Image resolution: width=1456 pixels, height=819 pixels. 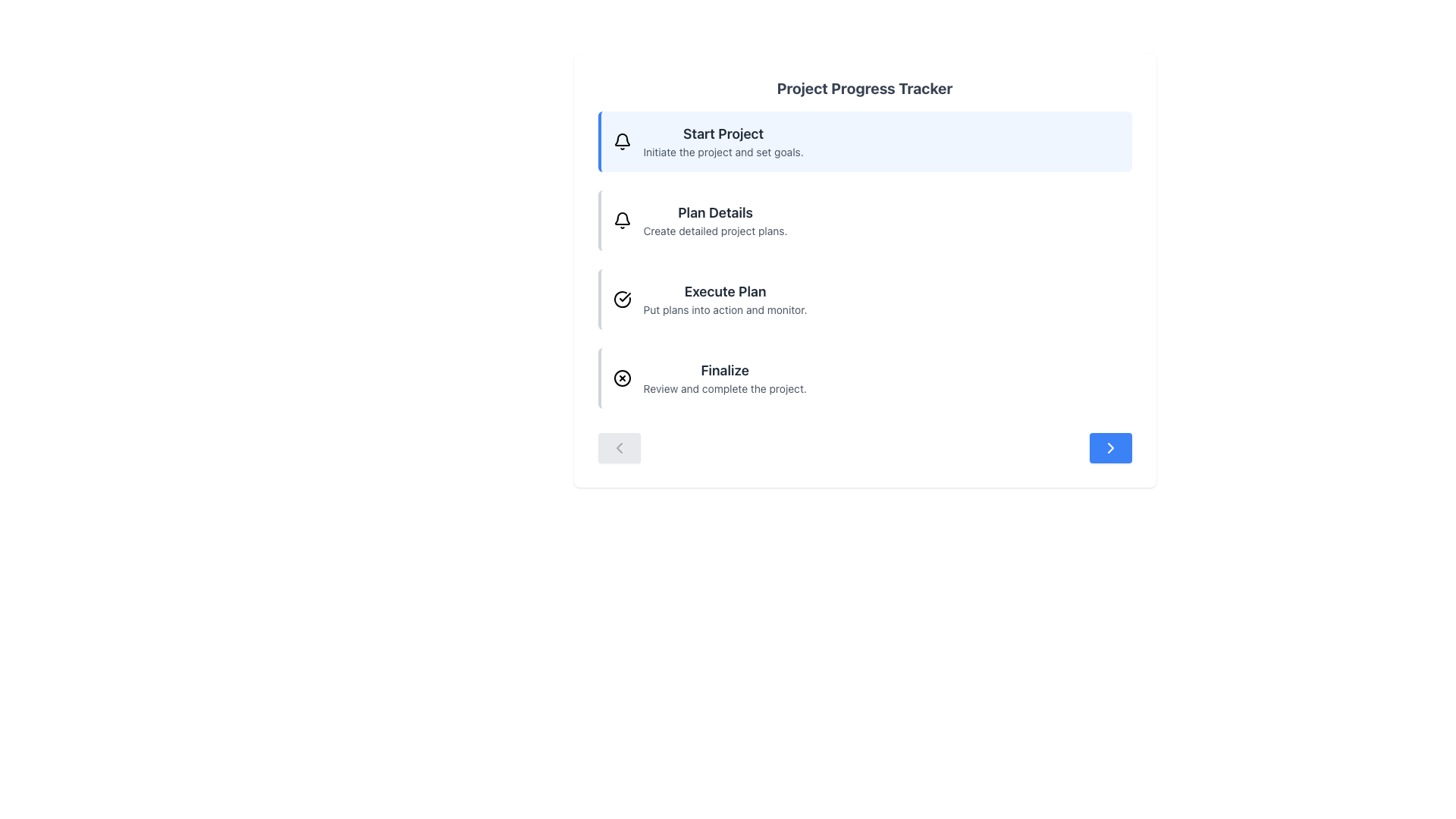 What do you see at coordinates (724, 388) in the screenshot?
I see `the static text element displaying 'Review and complete the project.' which is styled in gray and located under the 'Finalize' header in the project progress tracker interface` at bounding box center [724, 388].